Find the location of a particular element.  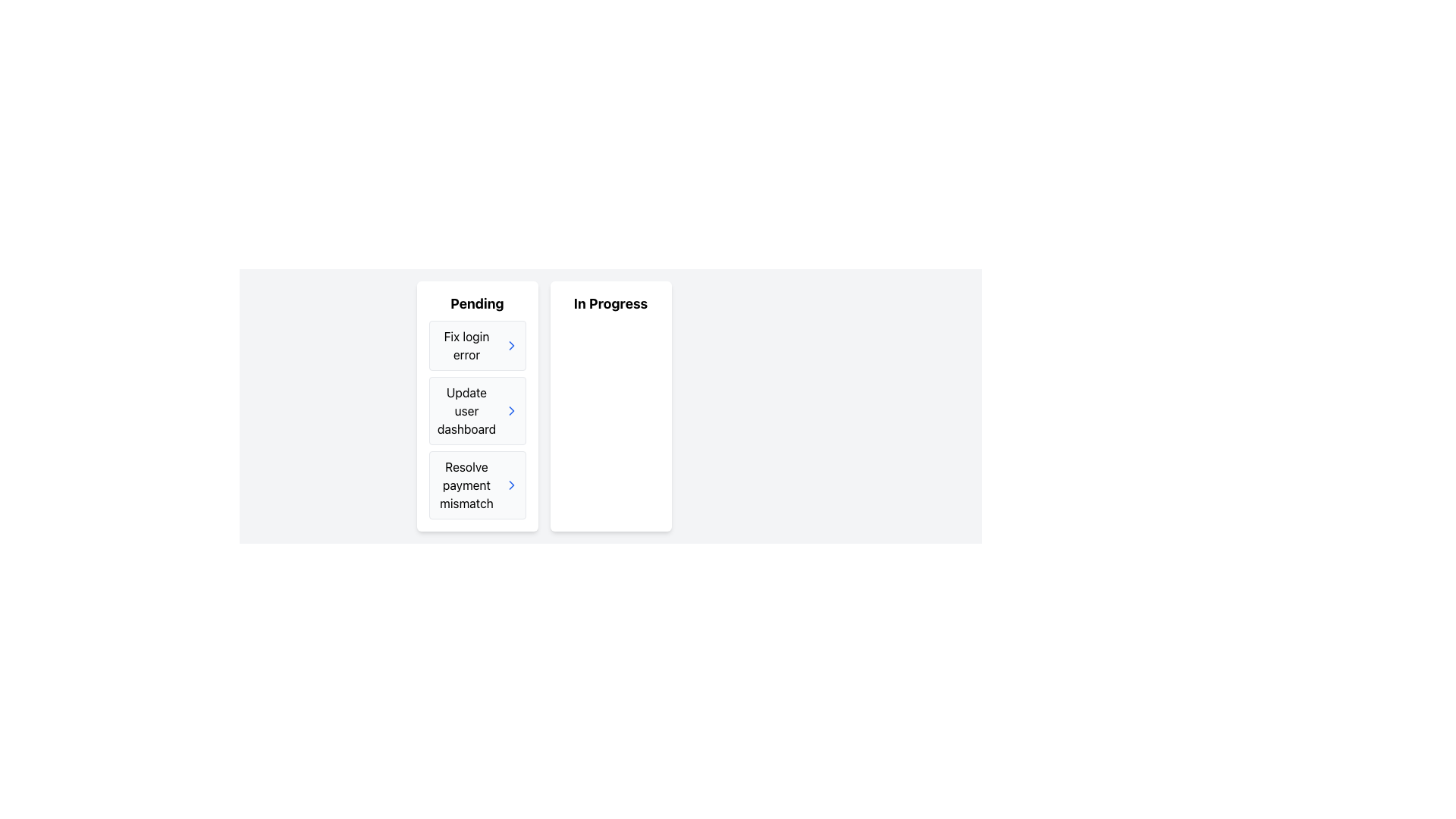

the second item in the 'Pending' panel, which has a light gray background and black text reading 'Update user dashboard' is located at coordinates (476, 411).